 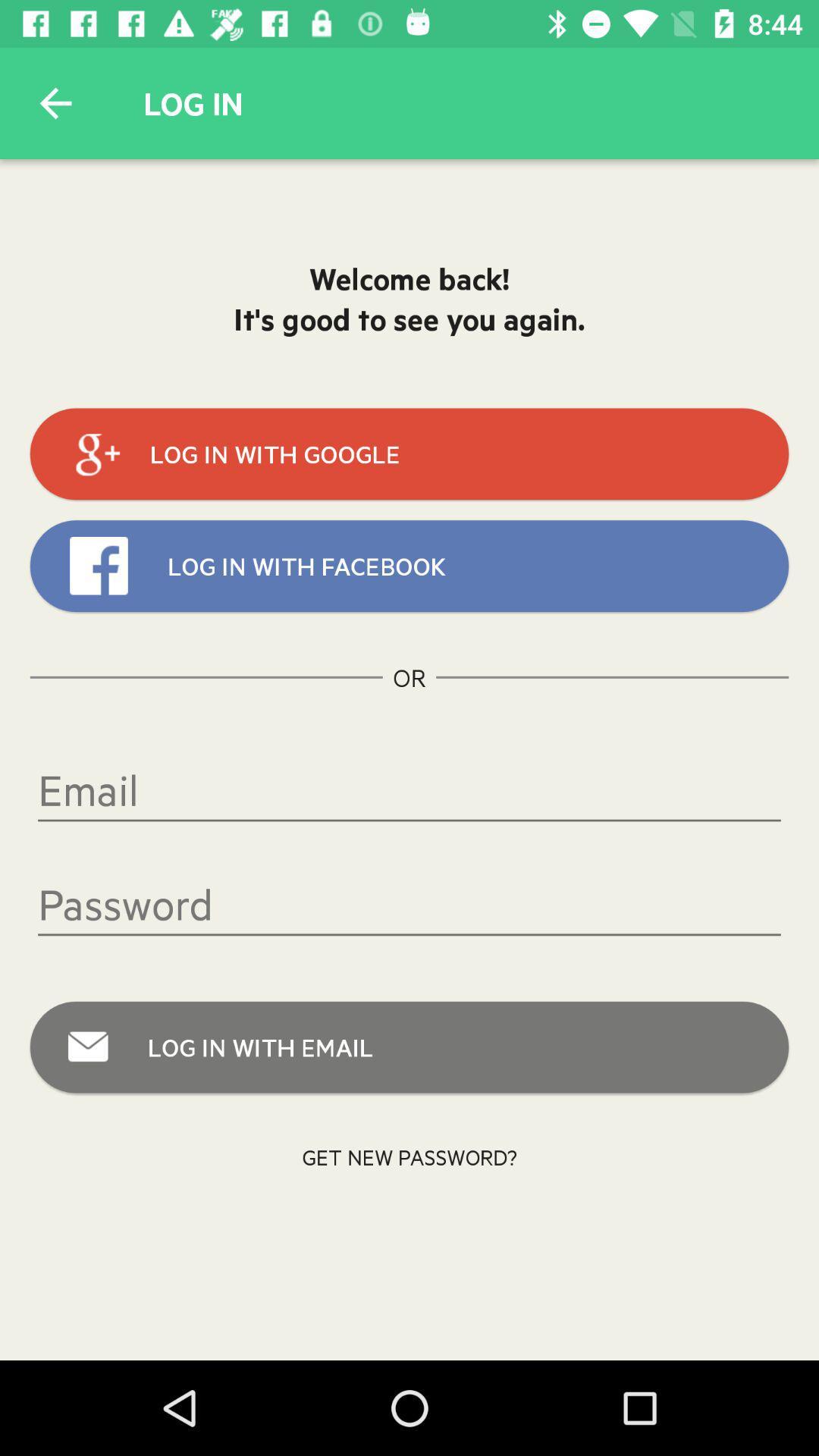 I want to click on the get new password?, so click(x=409, y=1156).